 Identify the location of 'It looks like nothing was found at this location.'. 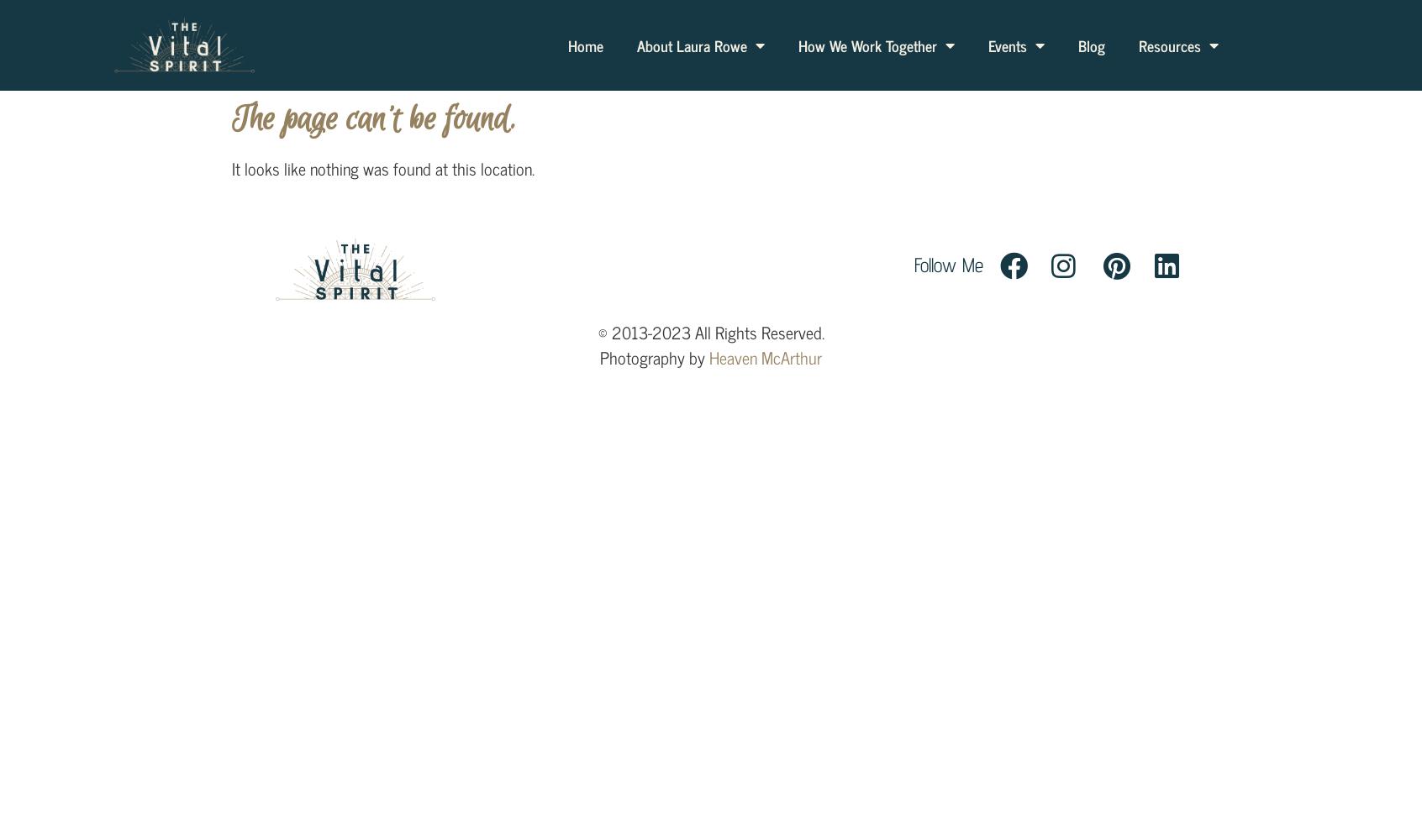
(382, 167).